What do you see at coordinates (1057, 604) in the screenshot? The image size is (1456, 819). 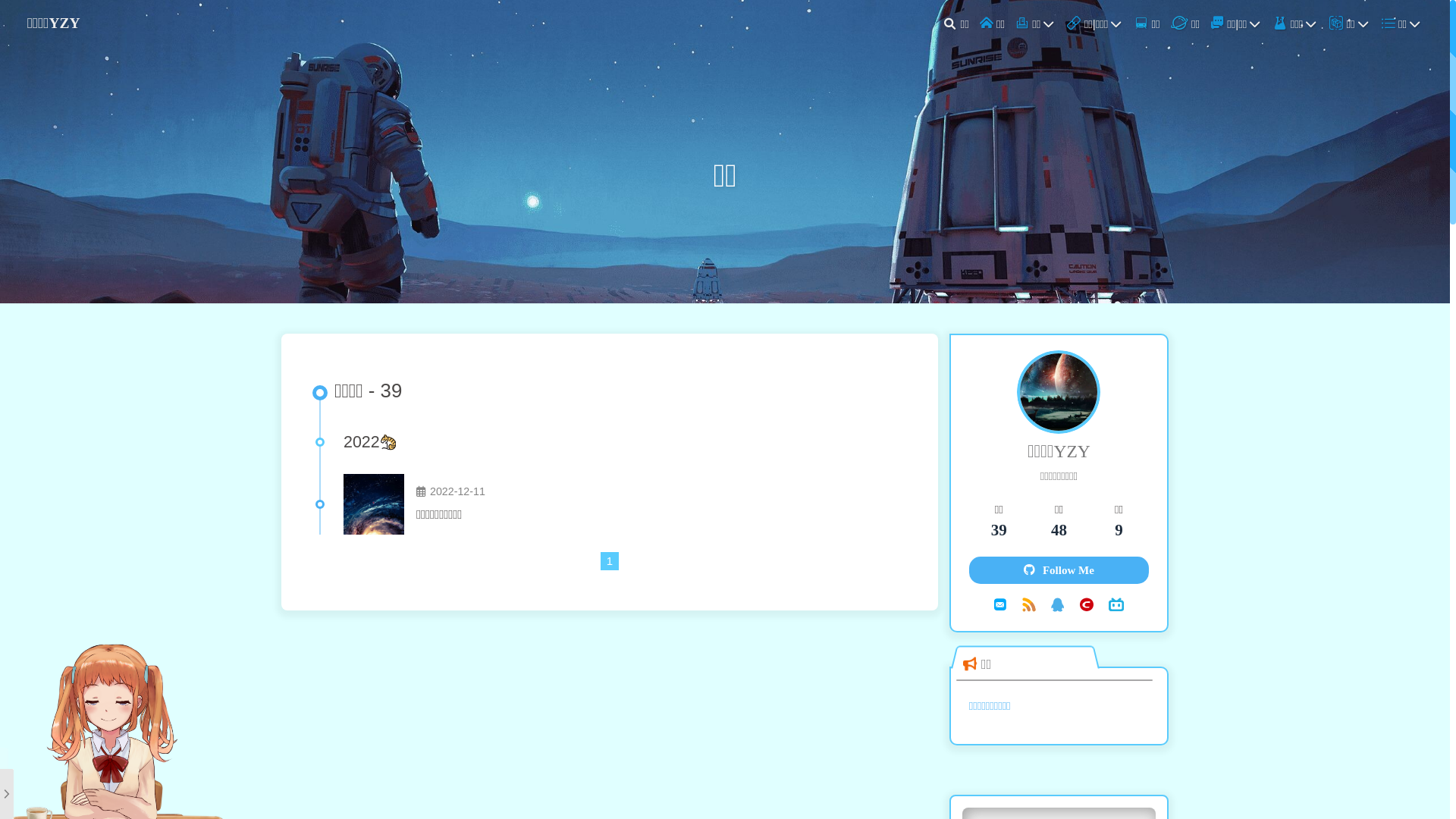 I see `'QQ'` at bounding box center [1057, 604].